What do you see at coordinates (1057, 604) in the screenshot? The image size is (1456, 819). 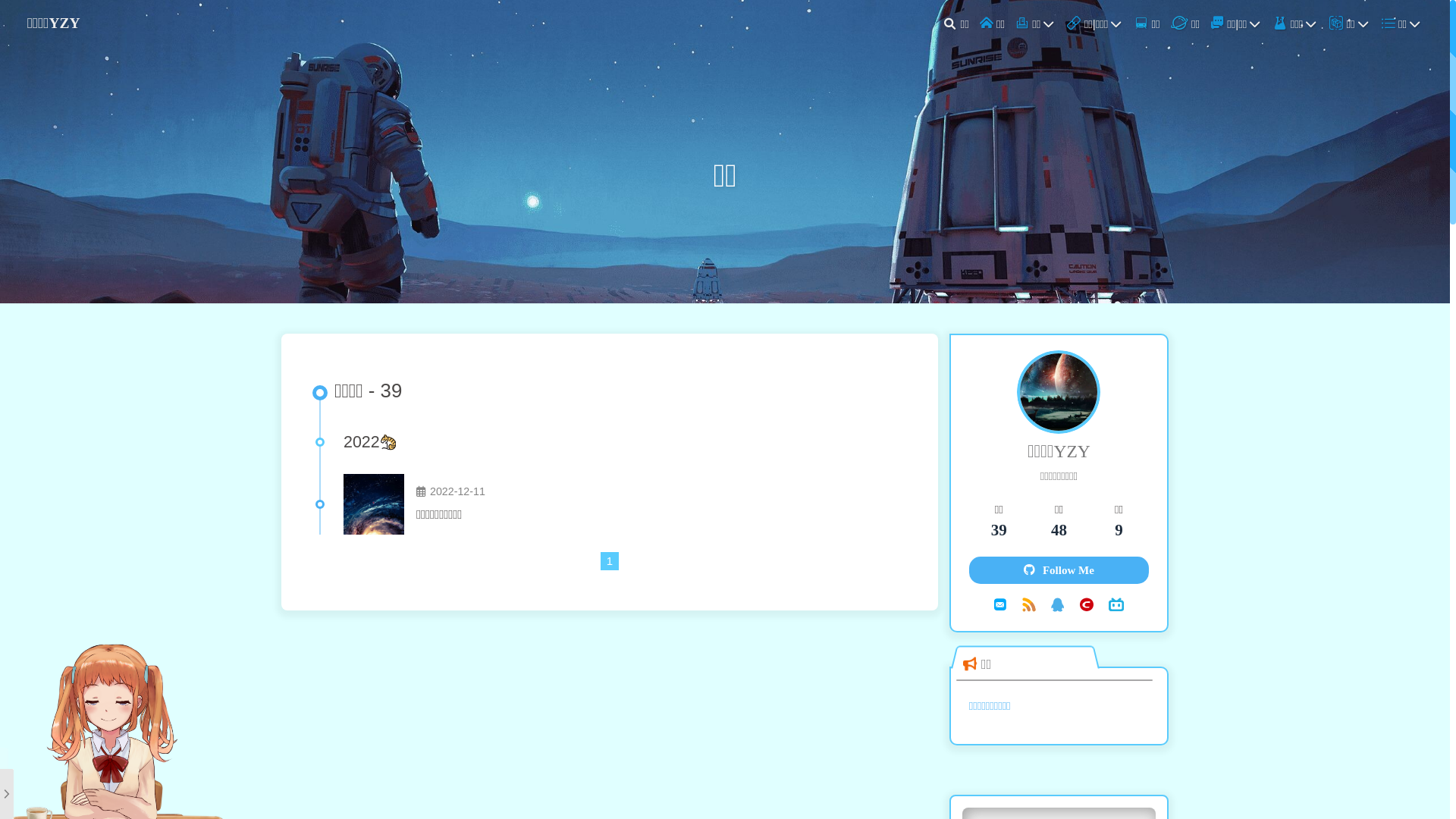 I see `'QQ'` at bounding box center [1057, 604].